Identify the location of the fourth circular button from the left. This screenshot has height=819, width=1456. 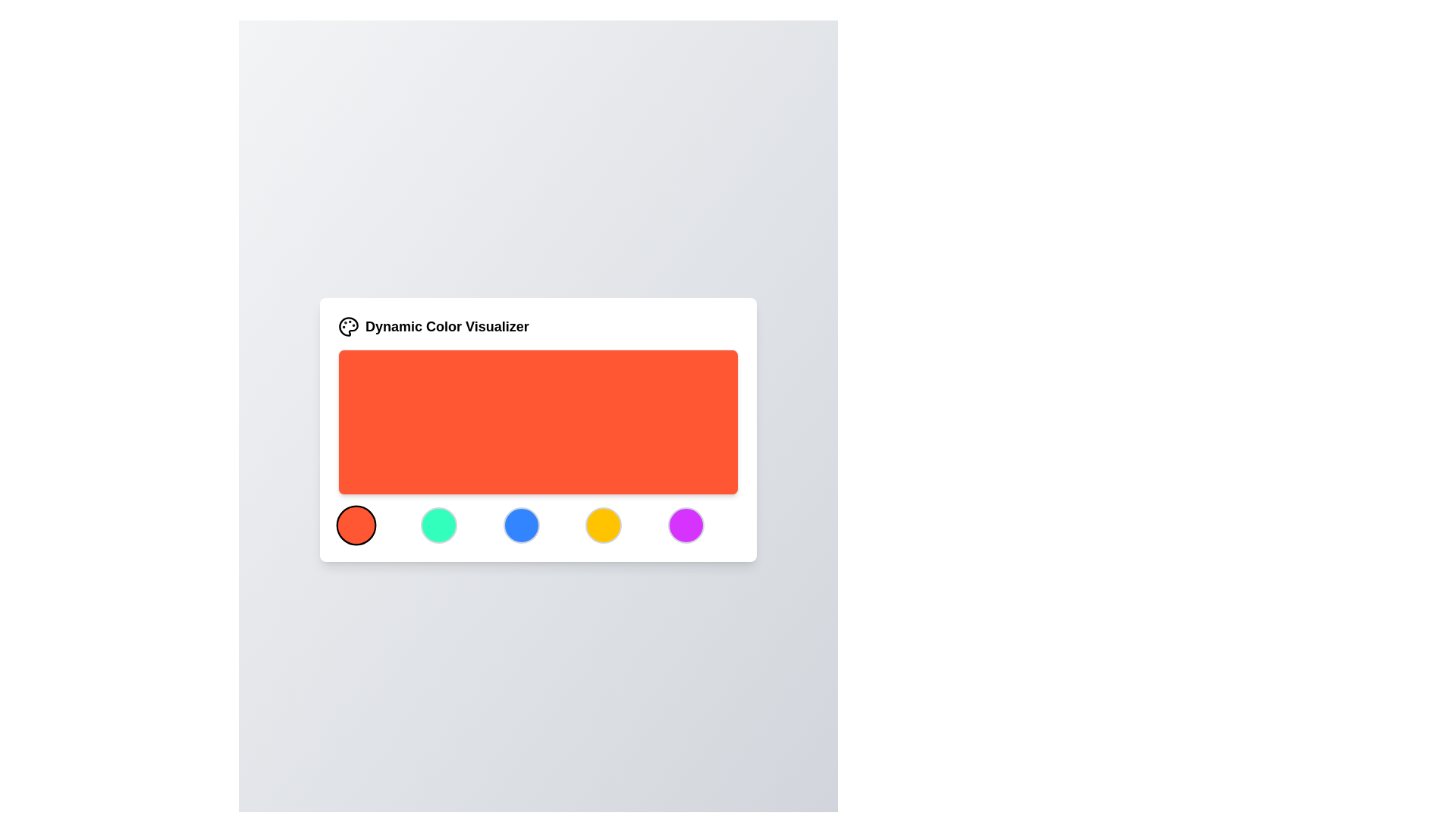
(603, 525).